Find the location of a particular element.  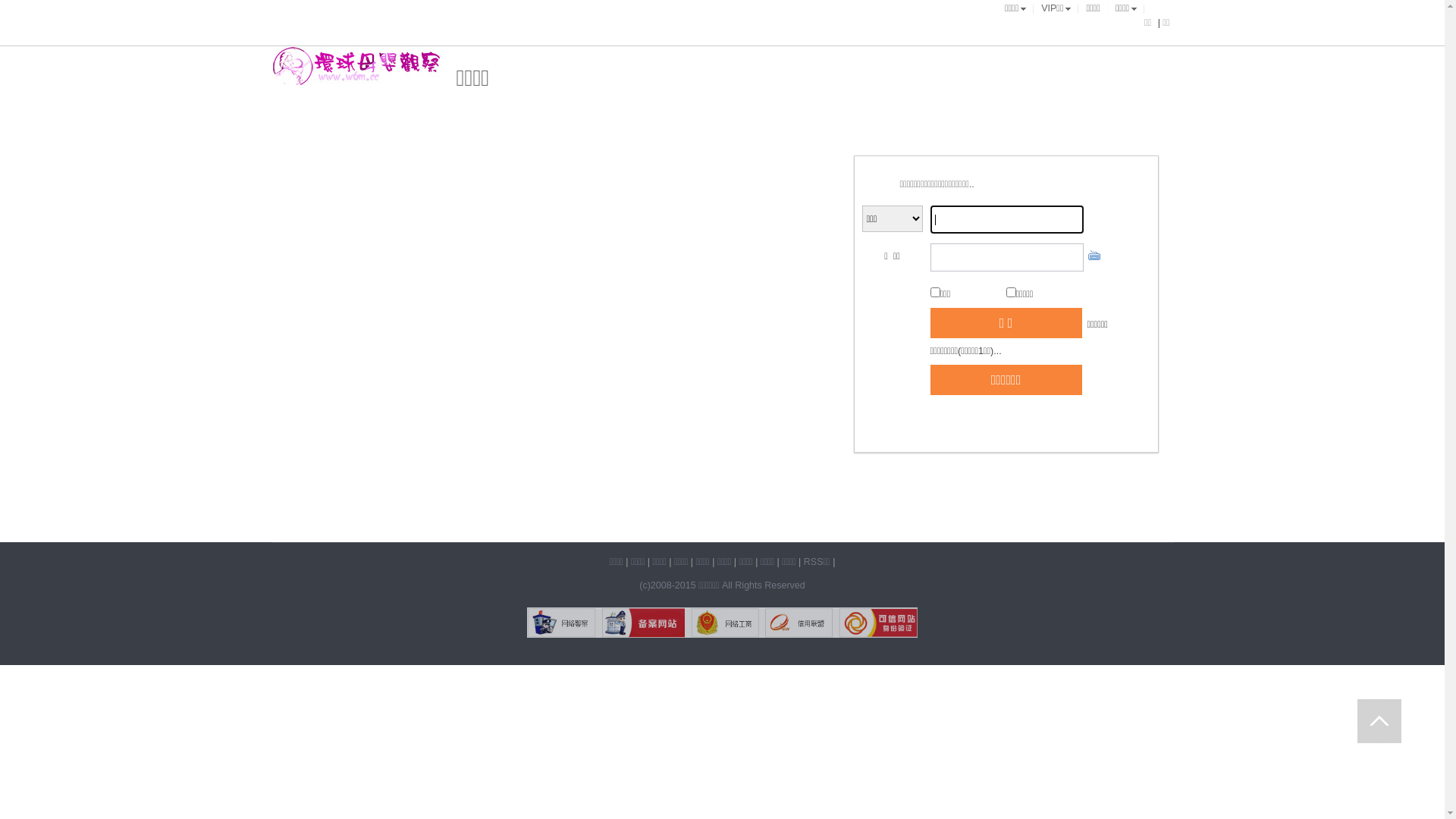

' ' is located at coordinates (1379, 720).